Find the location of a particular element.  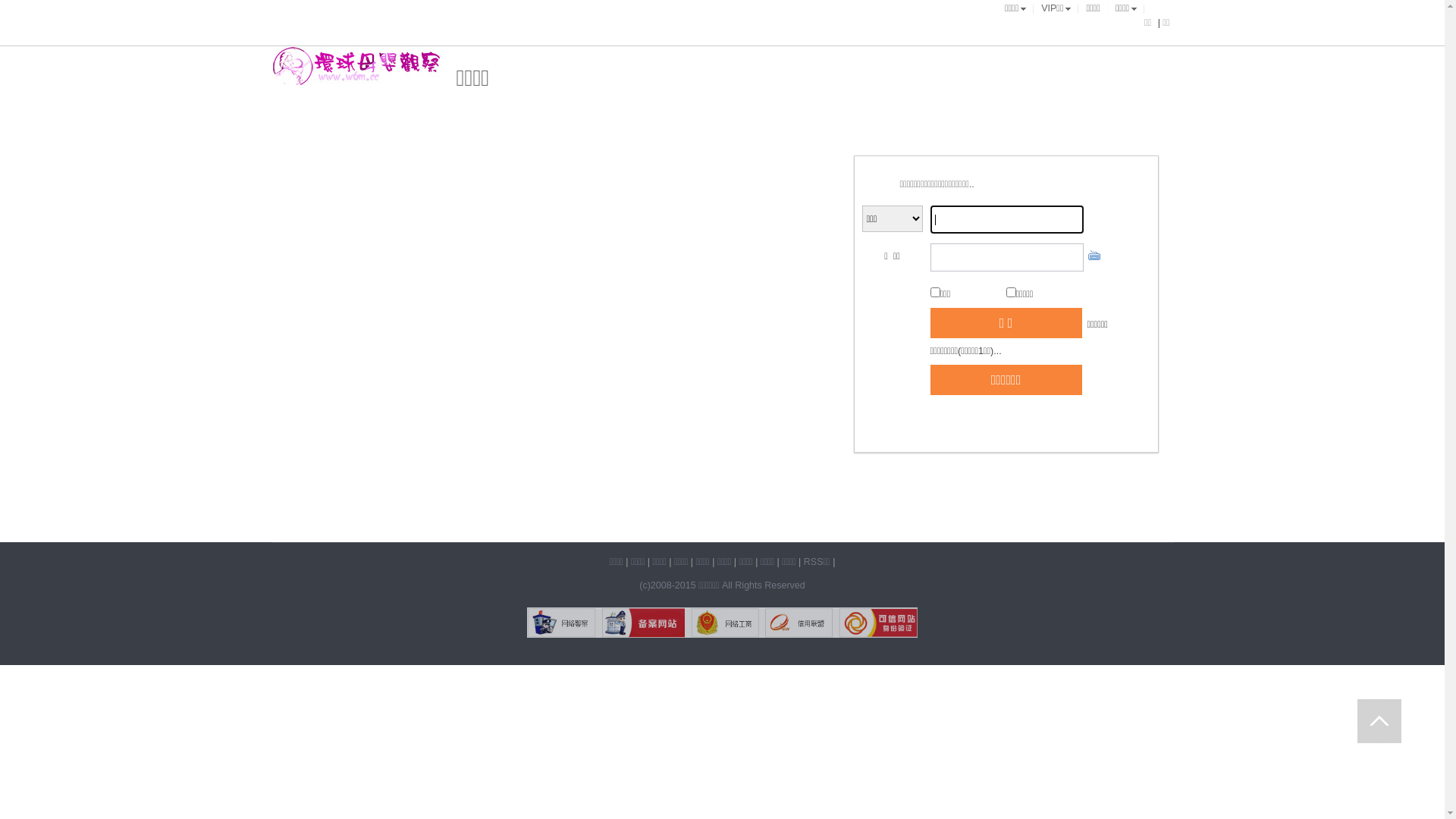

' ' is located at coordinates (1379, 720).